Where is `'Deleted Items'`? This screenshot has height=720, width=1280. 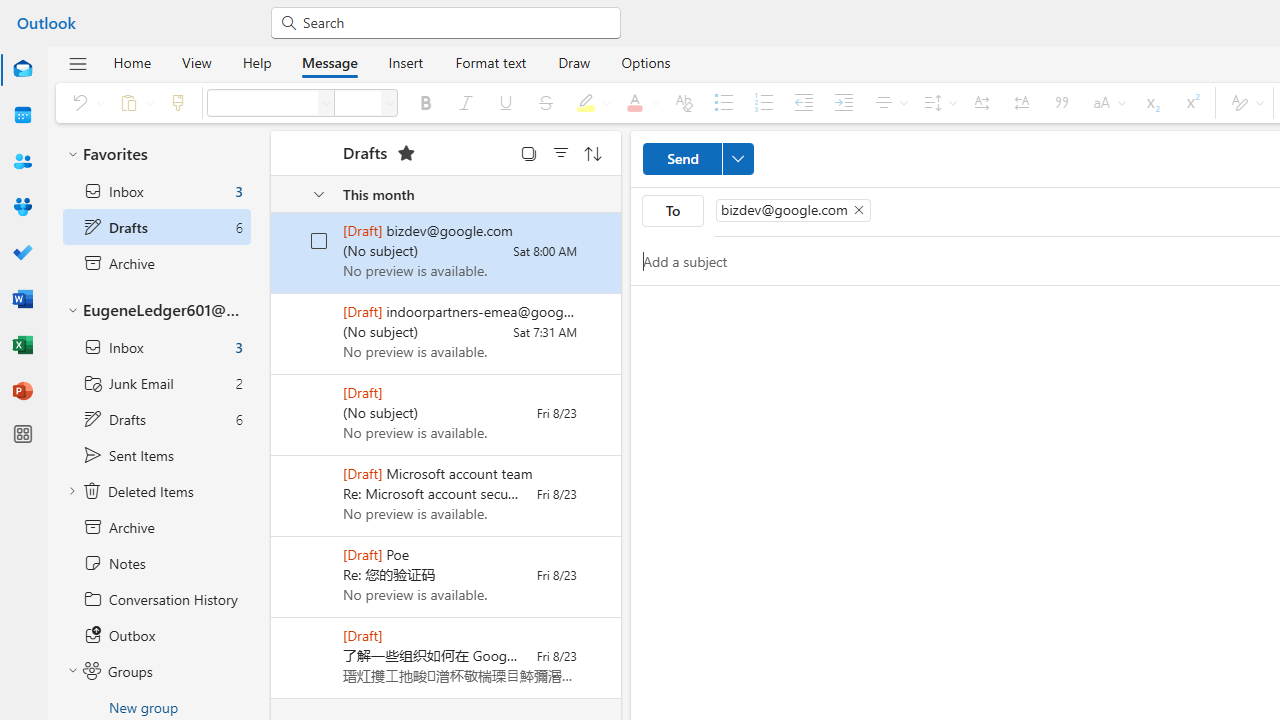 'Deleted Items' is located at coordinates (155, 491).